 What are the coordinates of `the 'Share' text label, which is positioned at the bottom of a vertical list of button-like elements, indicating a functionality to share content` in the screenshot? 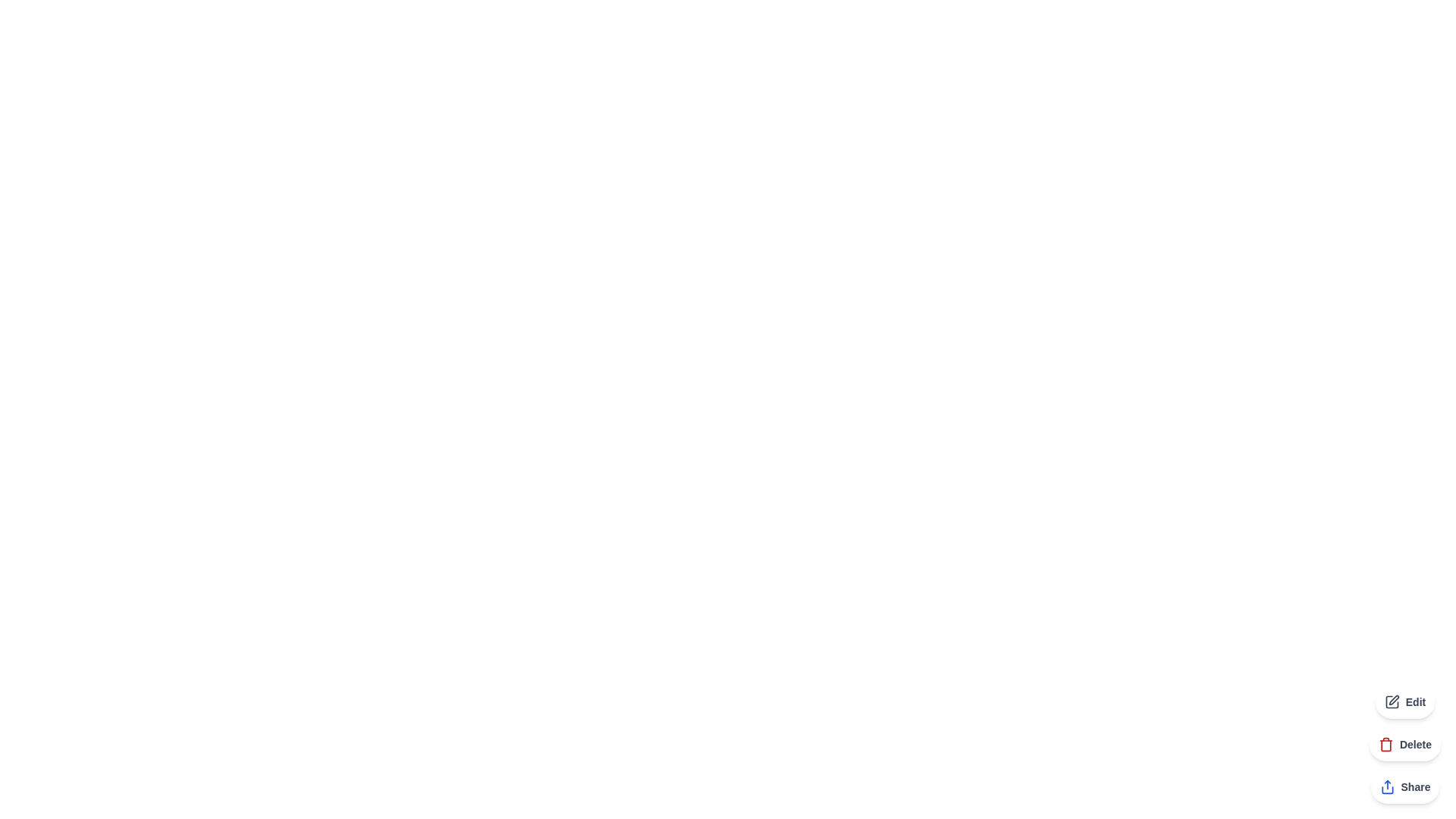 It's located at (1415, 786).